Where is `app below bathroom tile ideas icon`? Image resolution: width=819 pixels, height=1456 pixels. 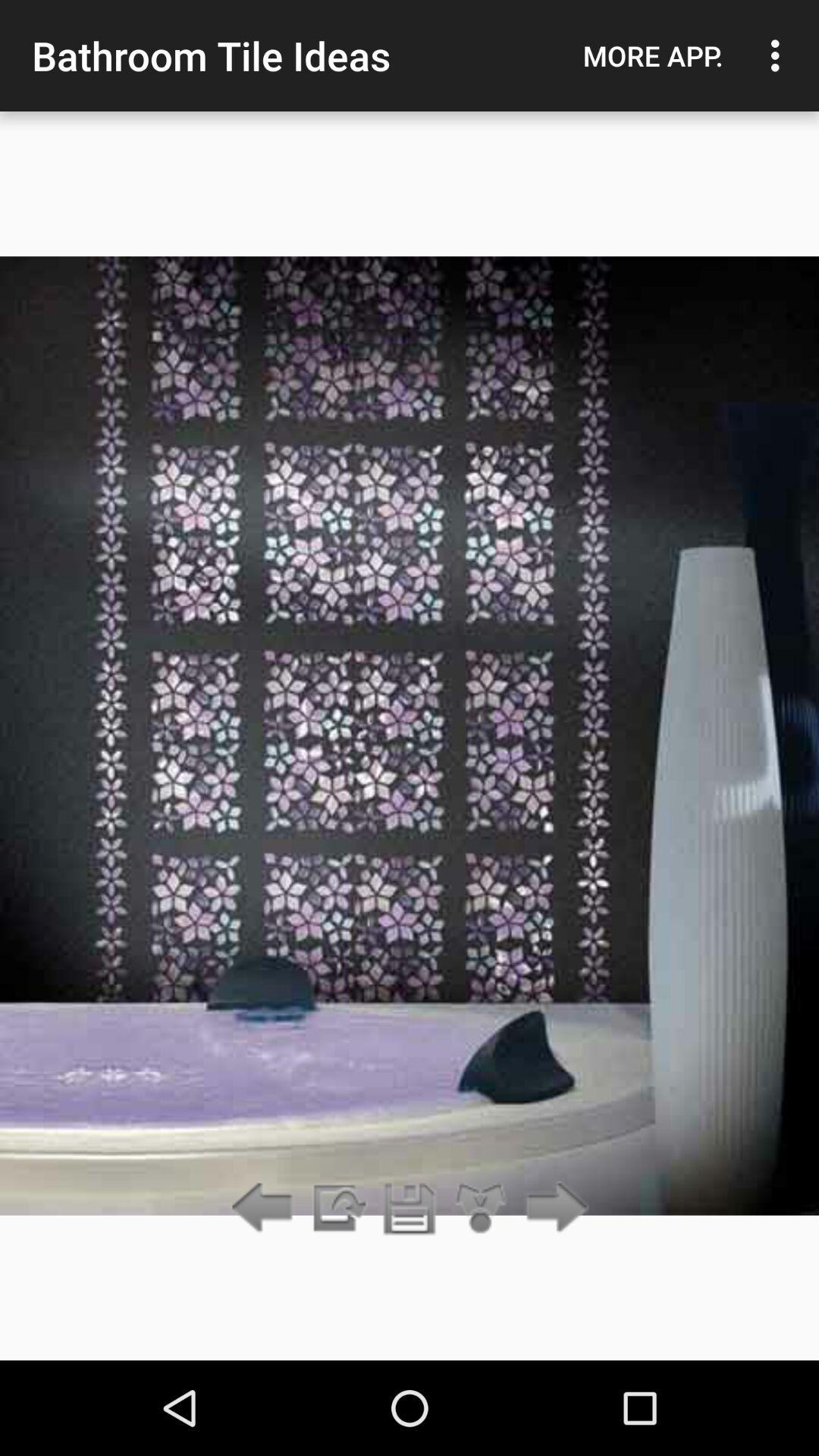
app below bathroom tile ideas icon is located at coordinates (409, 1208).